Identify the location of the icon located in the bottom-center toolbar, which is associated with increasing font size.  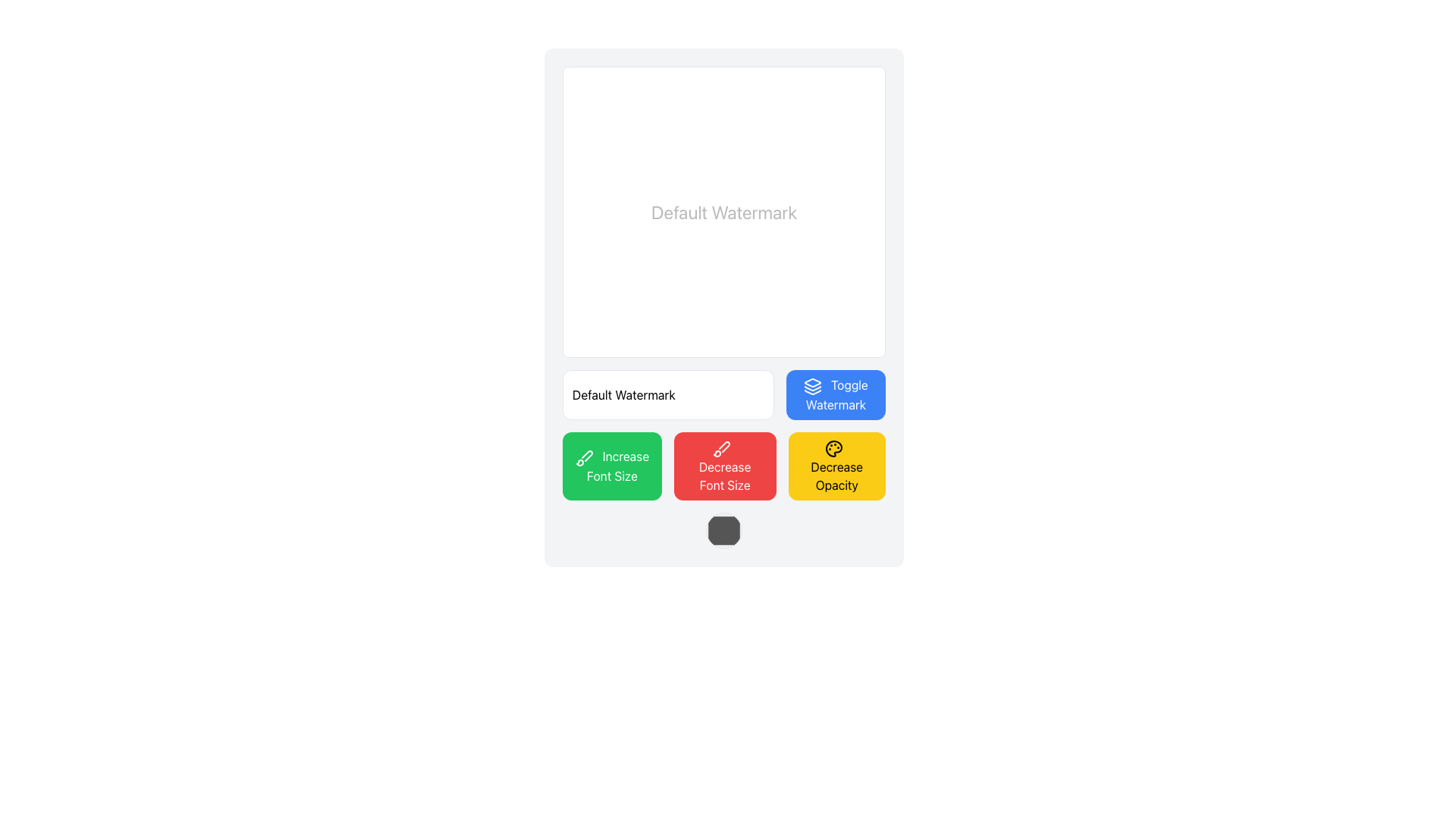
(586, 455).